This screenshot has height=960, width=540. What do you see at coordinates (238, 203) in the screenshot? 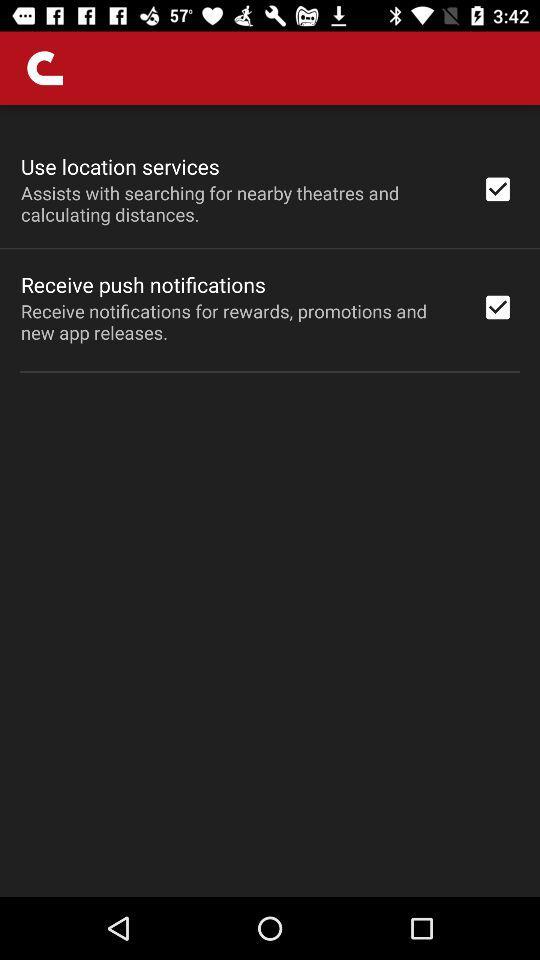
I see `the assists with searching icon` at bounding box center [238, 203].